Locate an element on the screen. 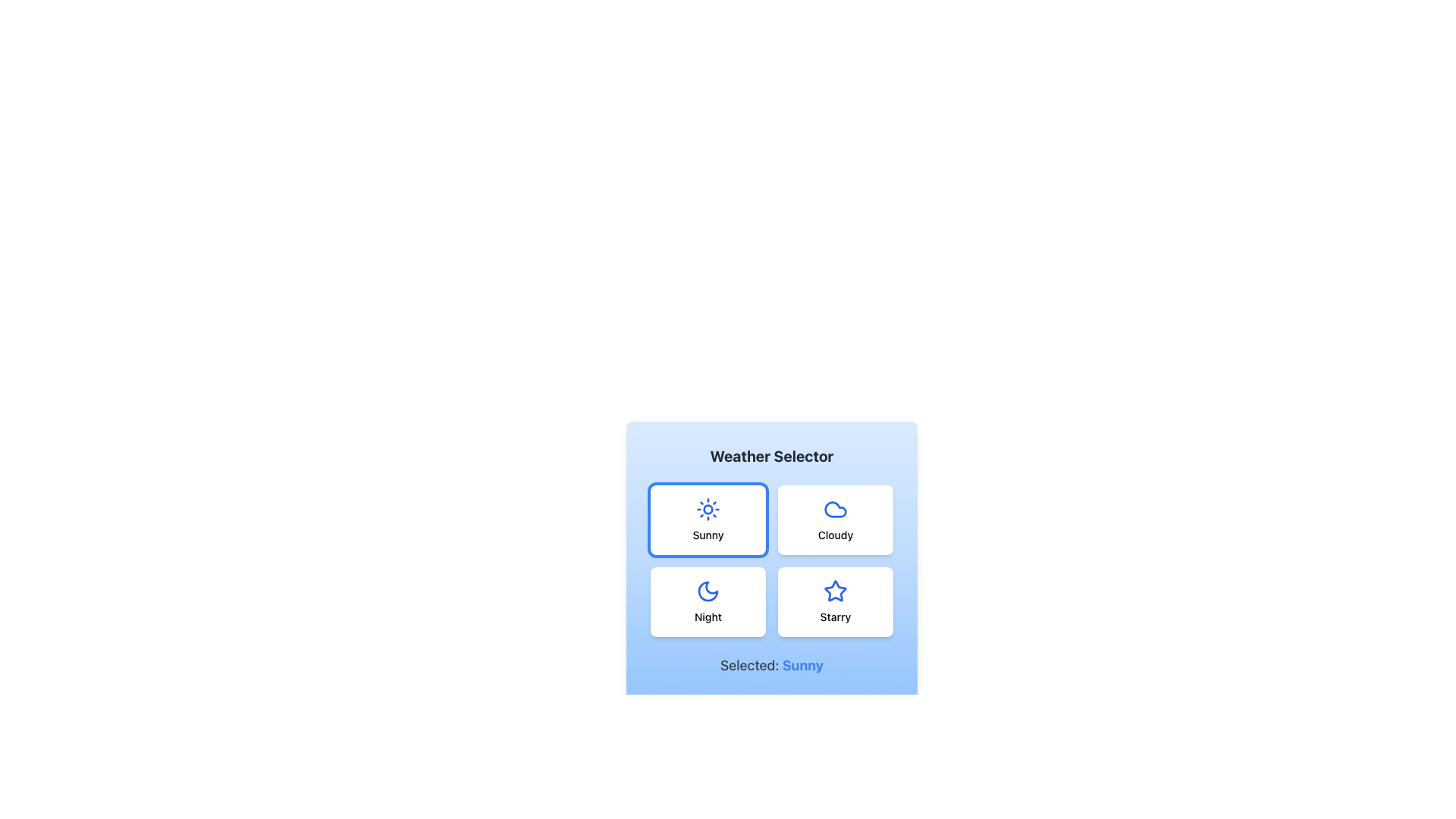  the text element displaying the current weather condition, which shows 'Sunny' within the sentence 'Selected: Sunny' at the bottom of the weather selection panel is located at coordinates (802, 664).